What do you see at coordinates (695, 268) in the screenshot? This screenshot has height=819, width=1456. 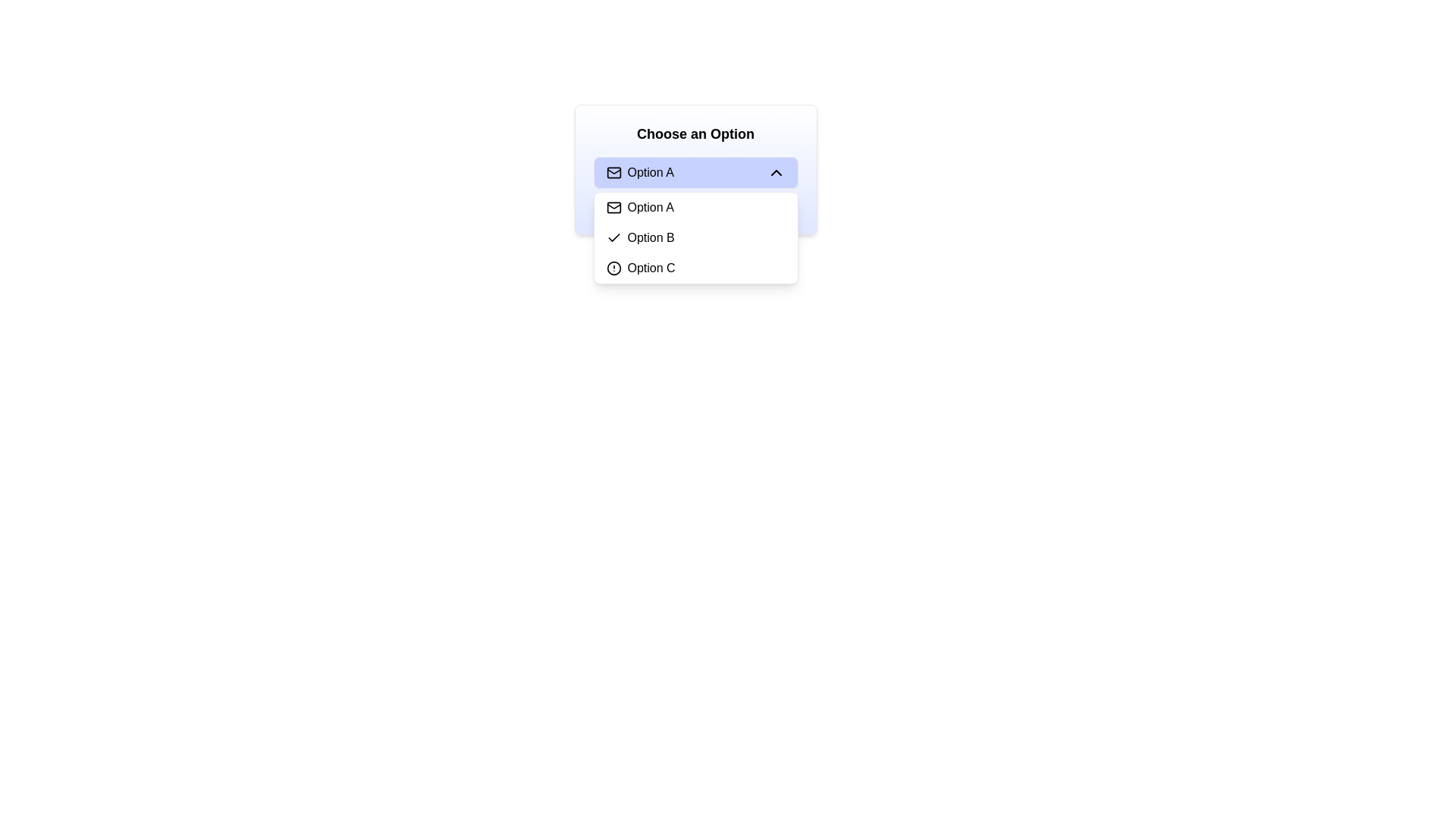 I see `the dropdown menu option labeled 'Option C', which is the third entry in the dropdown under 'Choose an Option'` at bounding box center [695, 268].